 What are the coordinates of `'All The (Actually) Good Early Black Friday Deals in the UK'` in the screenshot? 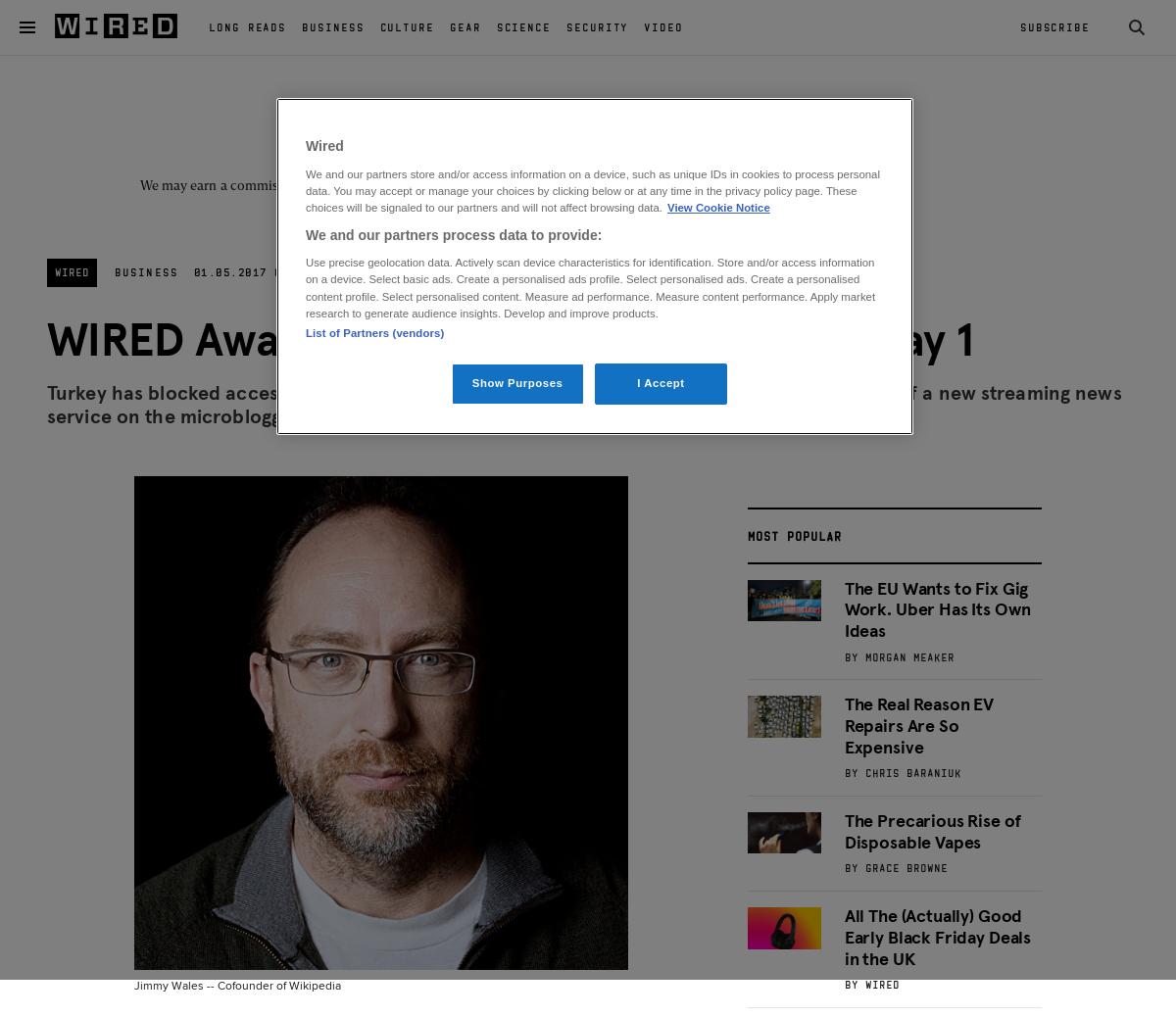 It's located at (937, 938).